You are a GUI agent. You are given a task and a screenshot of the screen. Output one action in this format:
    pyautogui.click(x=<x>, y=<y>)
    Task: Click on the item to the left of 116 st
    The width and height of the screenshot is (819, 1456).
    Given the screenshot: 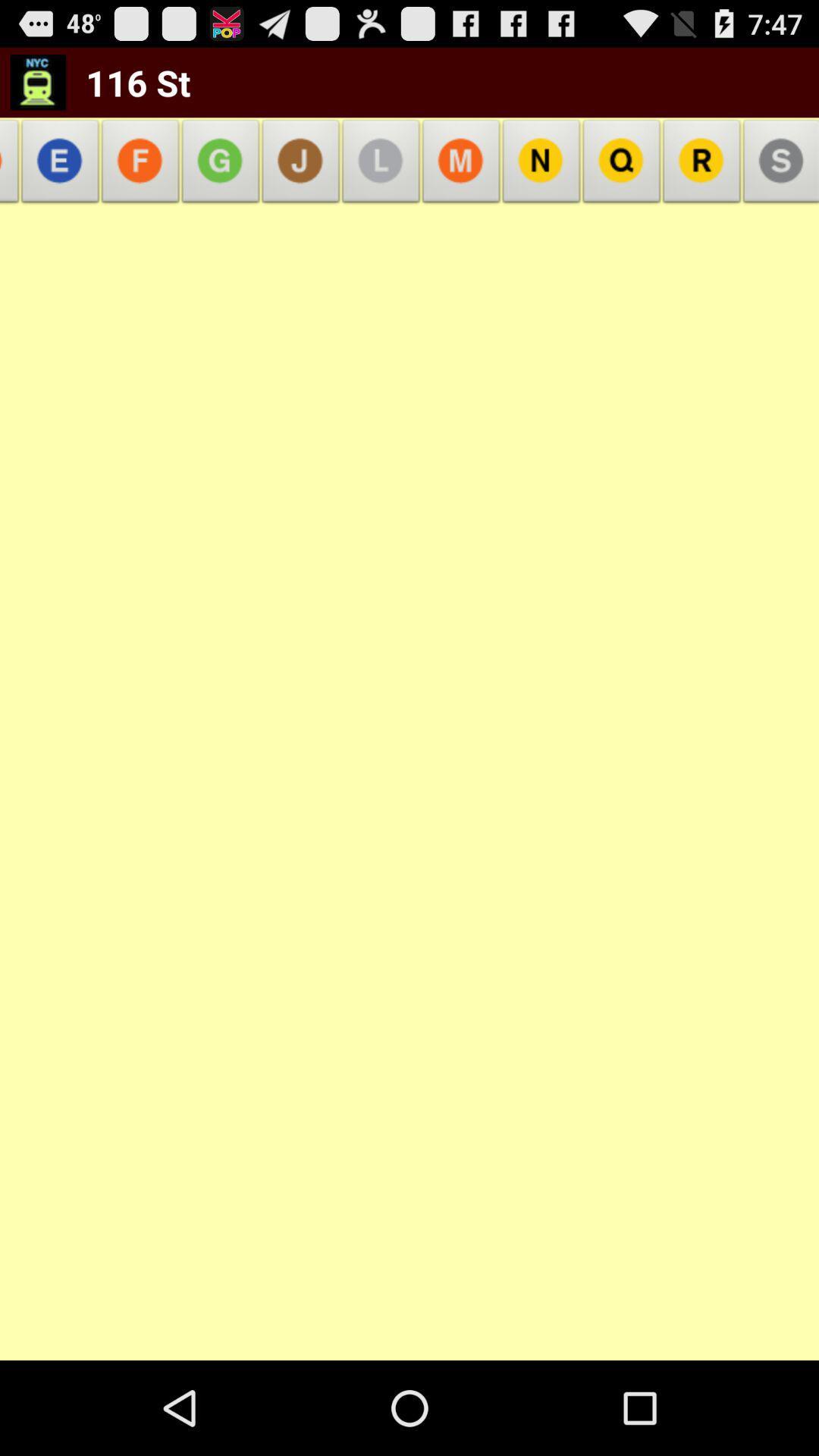 What is the action you would take?
    pyautogui.click(x=13, y=165)
    